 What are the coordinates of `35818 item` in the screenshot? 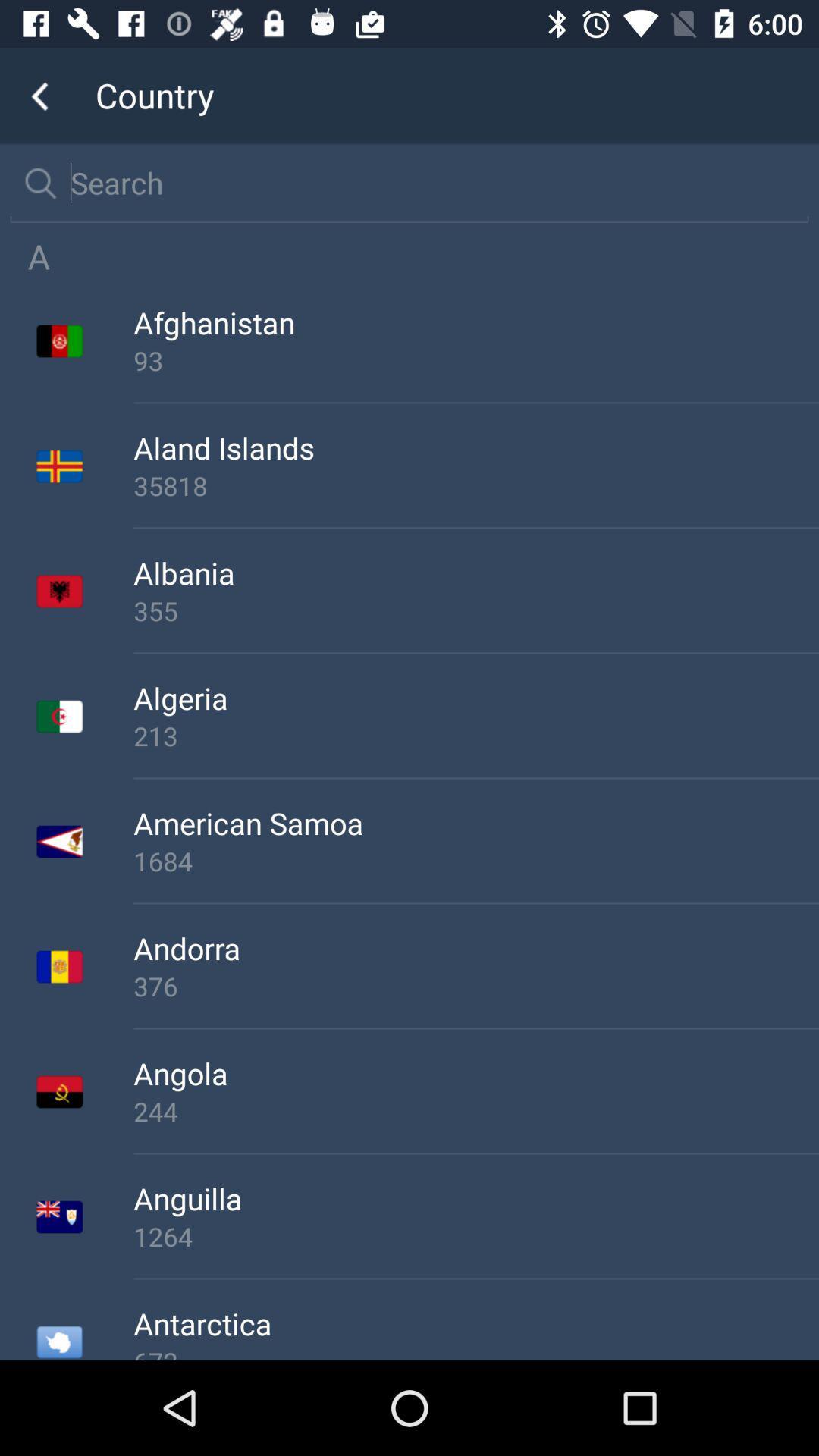 It's located at (475, 485).